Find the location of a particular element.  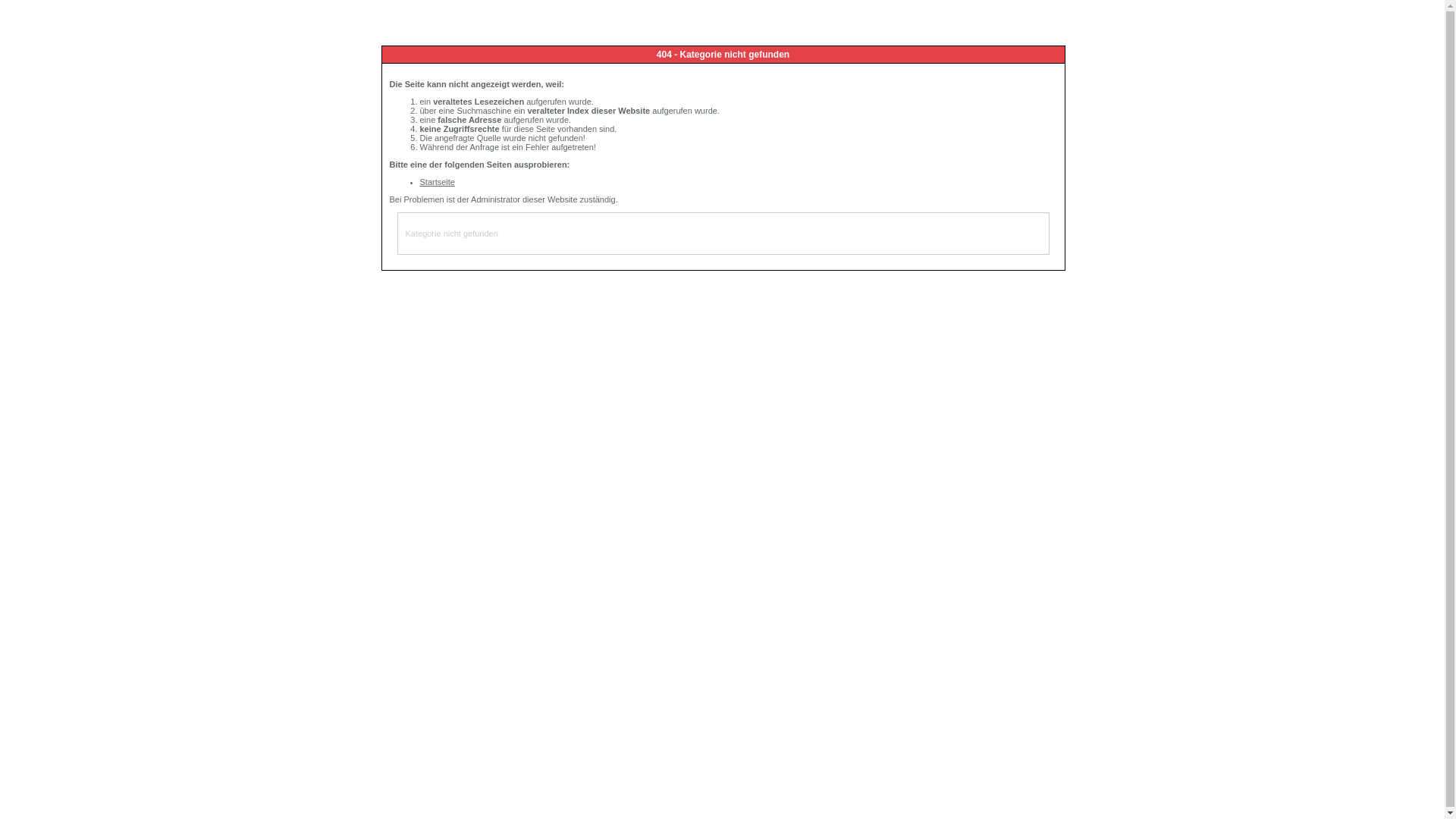

'Startseite' is located at coordinates (436, 180).